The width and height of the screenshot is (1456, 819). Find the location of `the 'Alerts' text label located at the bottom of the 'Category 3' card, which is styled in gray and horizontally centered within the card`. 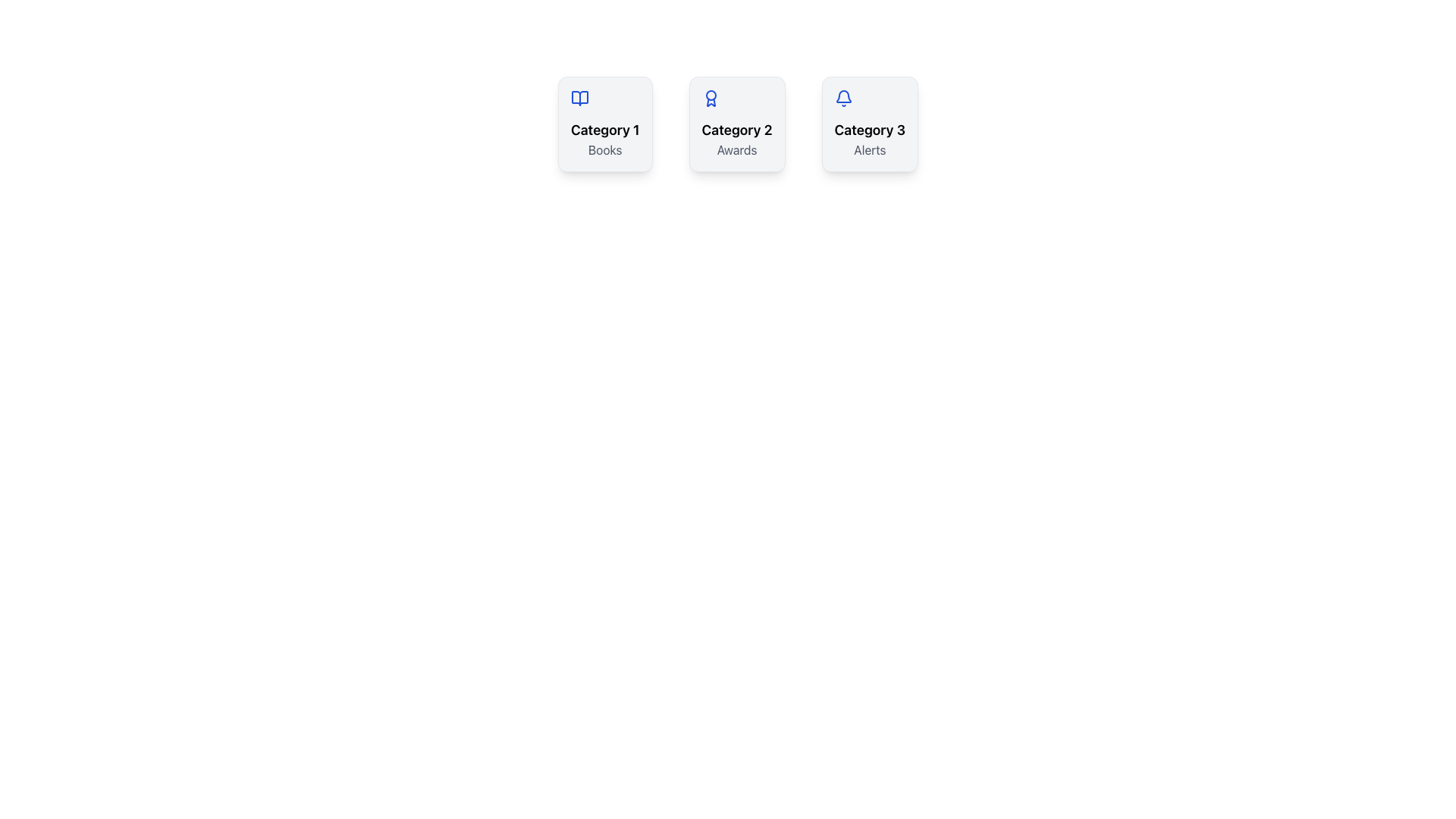

the 'Alerts' text label located at the bottom of the 'Category 3' card, which is styled in gray and horizontally centered within the card is located at coordinates (870, 149).